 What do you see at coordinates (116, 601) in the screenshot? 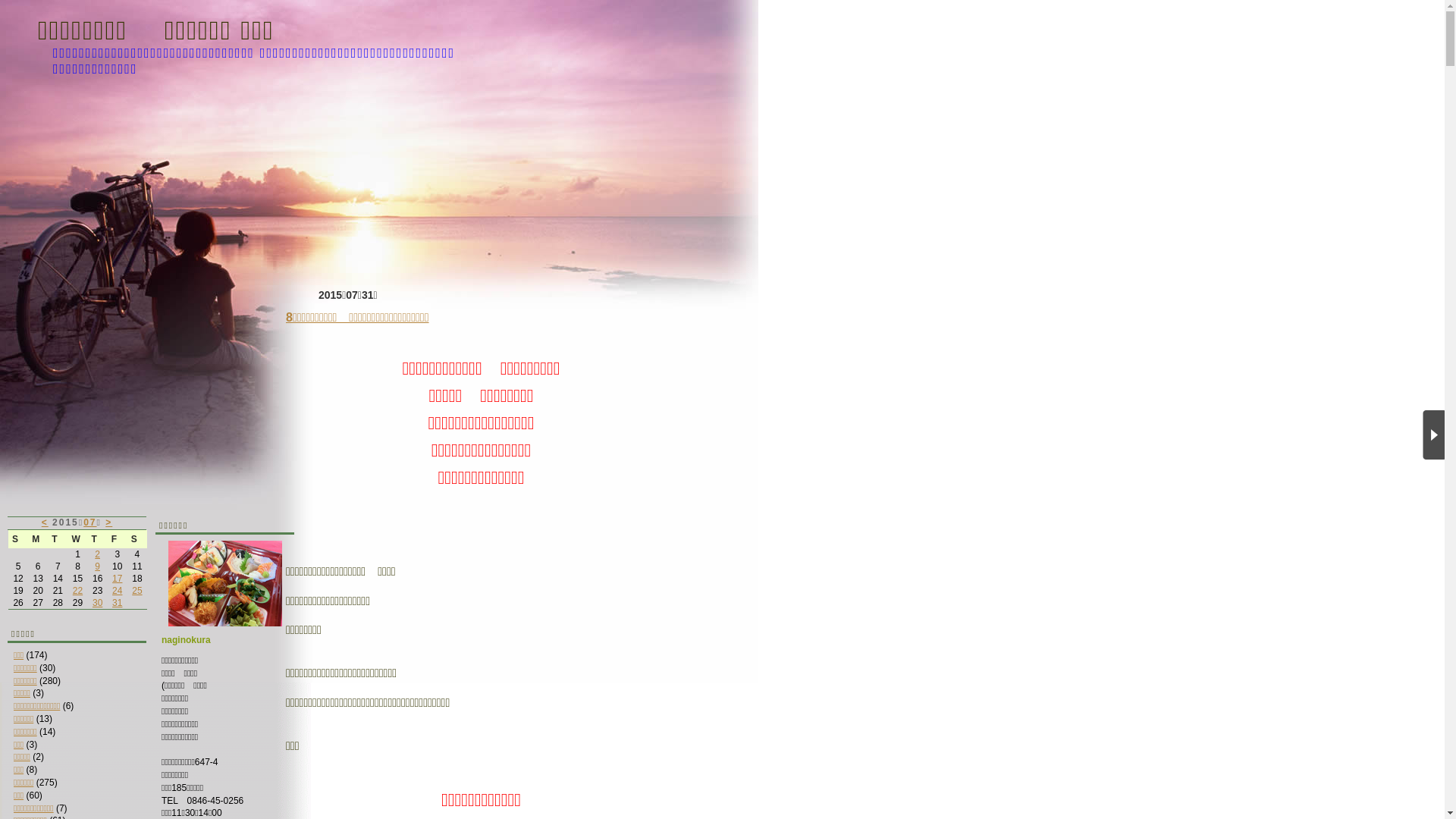
I see `'31'` at bounding box center [116, 601].